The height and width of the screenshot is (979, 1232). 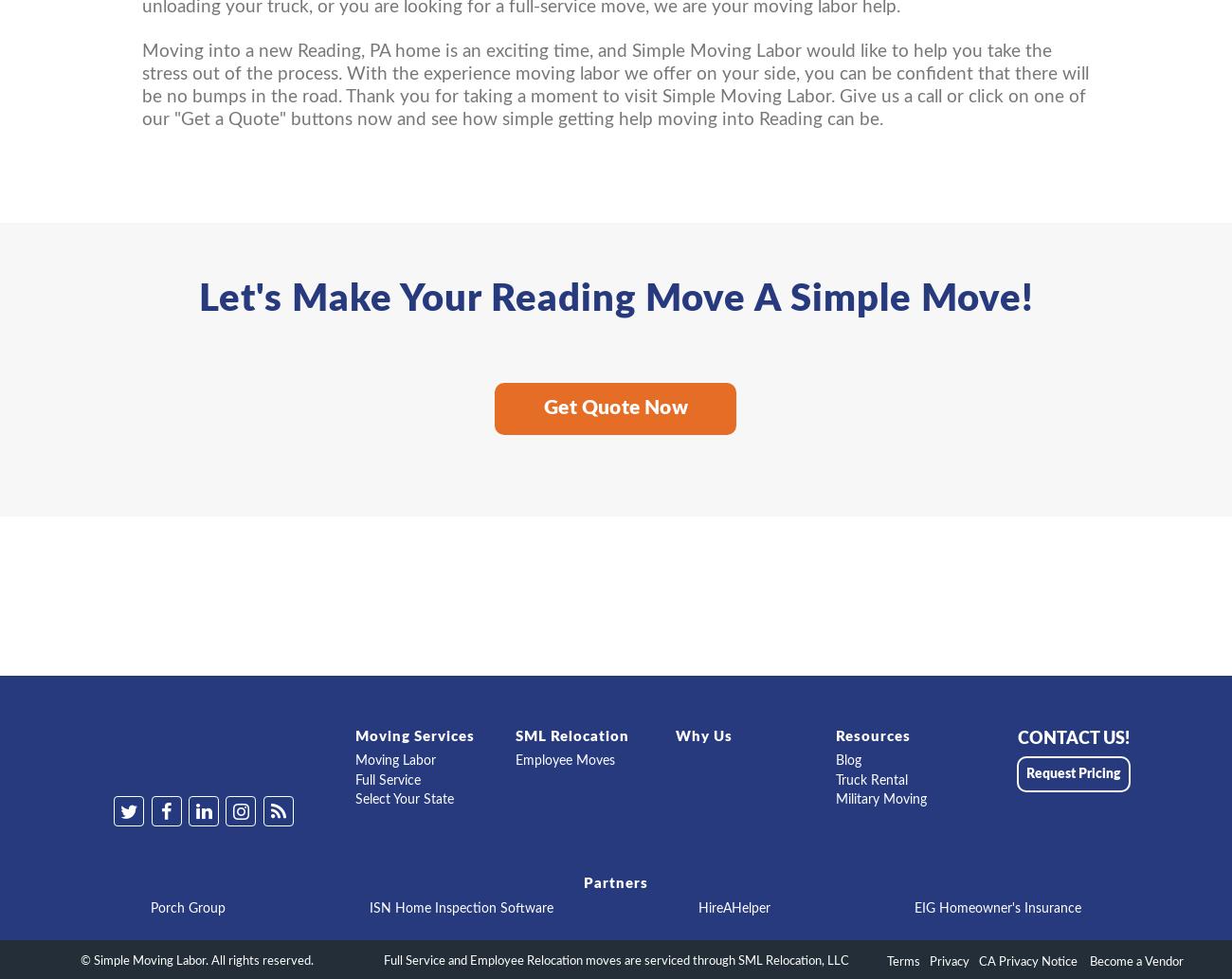 What do you see at coordinates (903, 961) in the screenshot?
I see `'Terms'` at bounding box center [903, 961].